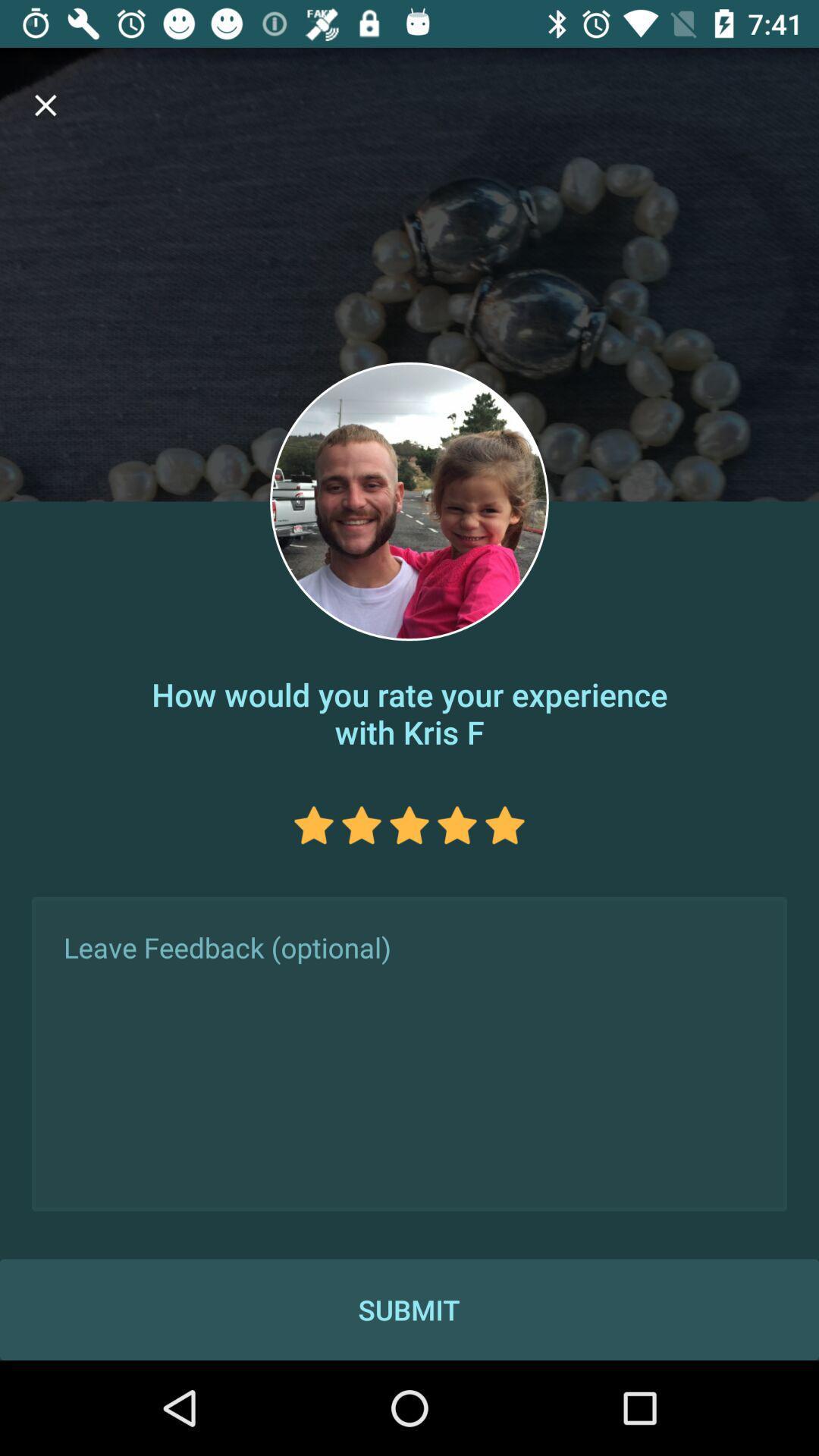  What do you see at coordinates (312, 824) in the screenshot?
I see `rate the star` at bounding box center [312, 824].